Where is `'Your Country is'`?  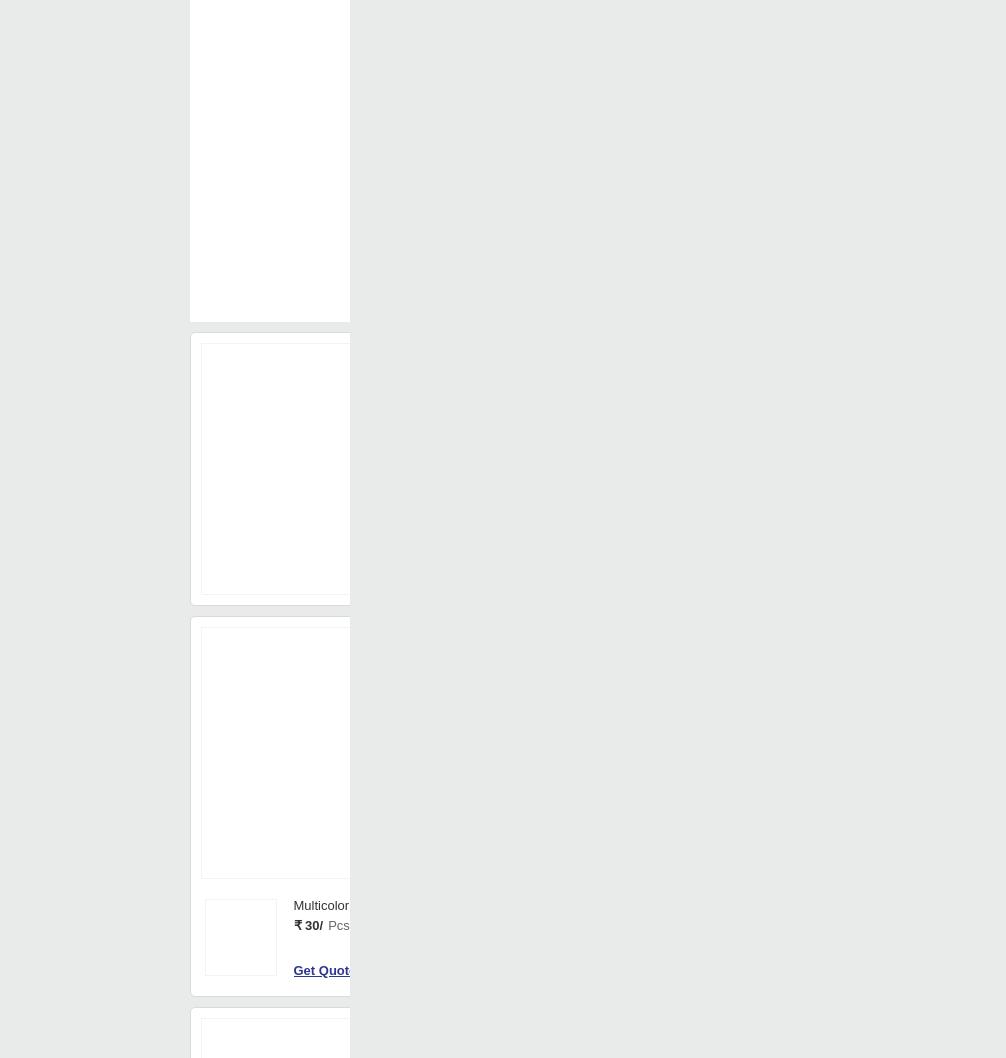 'Your Country is' is located at coordinates (393, 358).